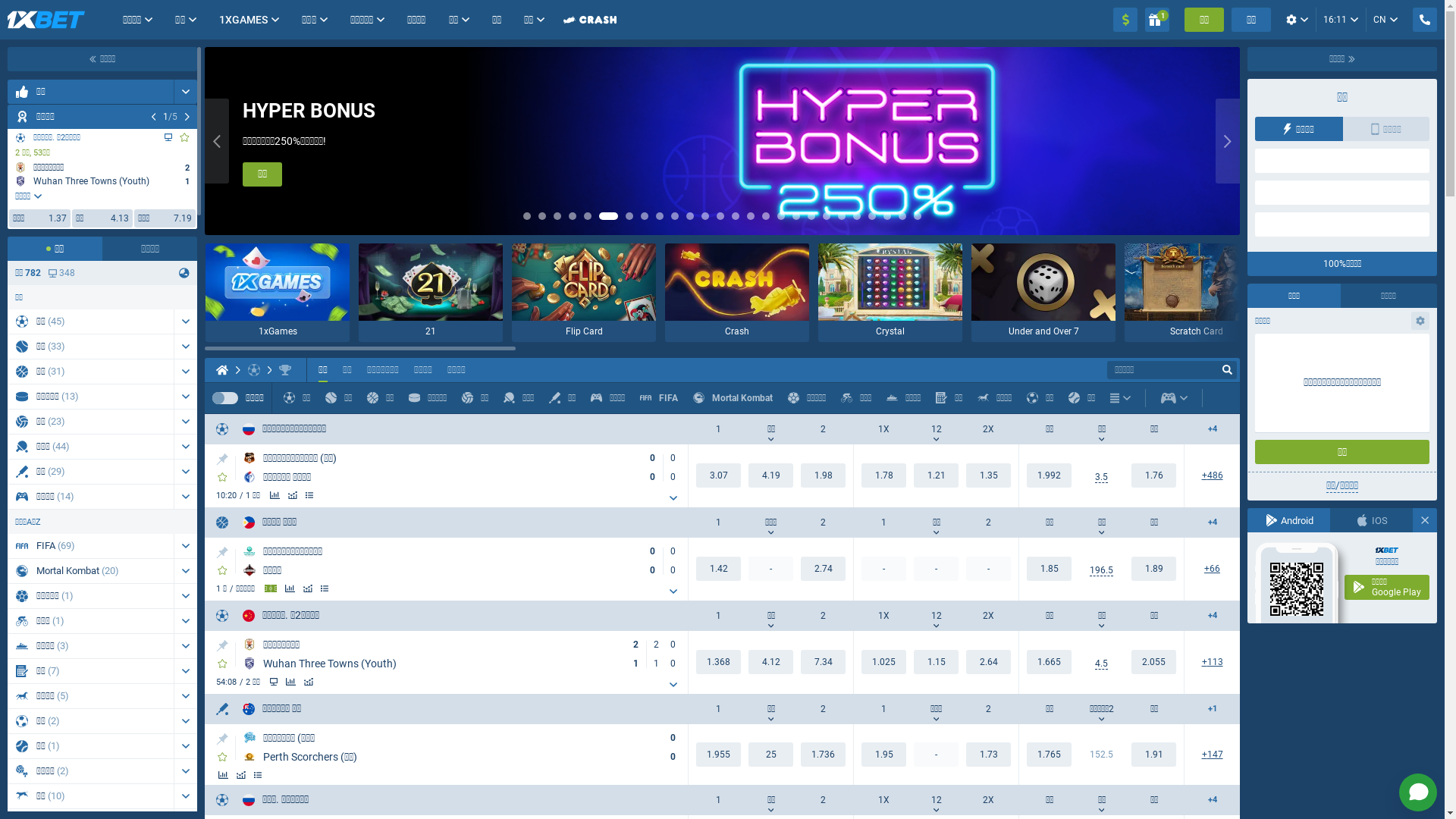 The height and width of the screenshot is (819, 1456). What do you see at coordinates (935, 568) in the screenshot?
I see `'-'` at bounding box center [935, 568].